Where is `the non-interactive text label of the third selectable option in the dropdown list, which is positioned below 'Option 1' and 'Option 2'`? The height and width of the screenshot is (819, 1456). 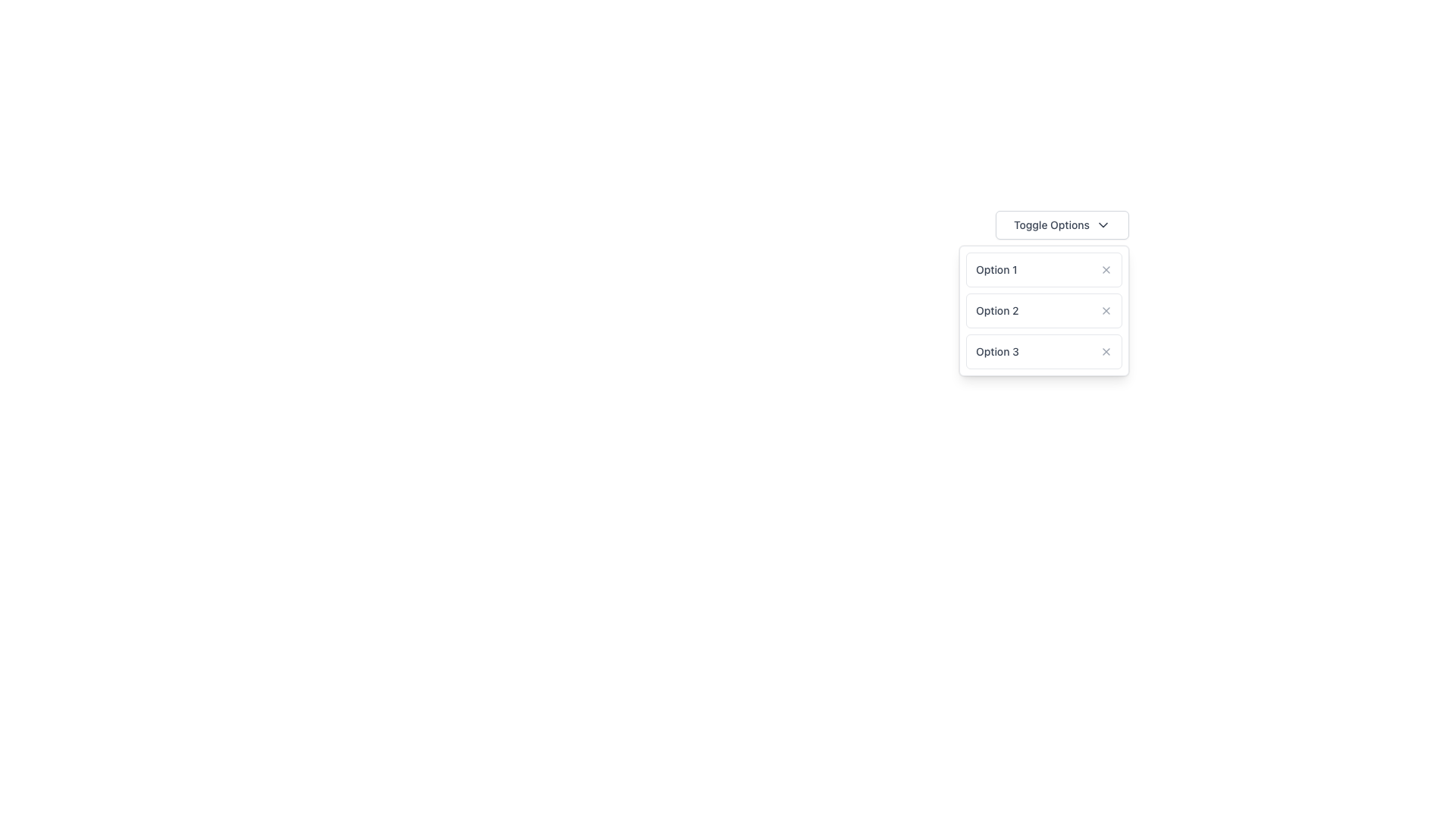
the non-interactive text label of the third selectable option in the dropdown list, which is positioned below 'Option 1' and 'Option 2' is located at coordinates (997, 351).